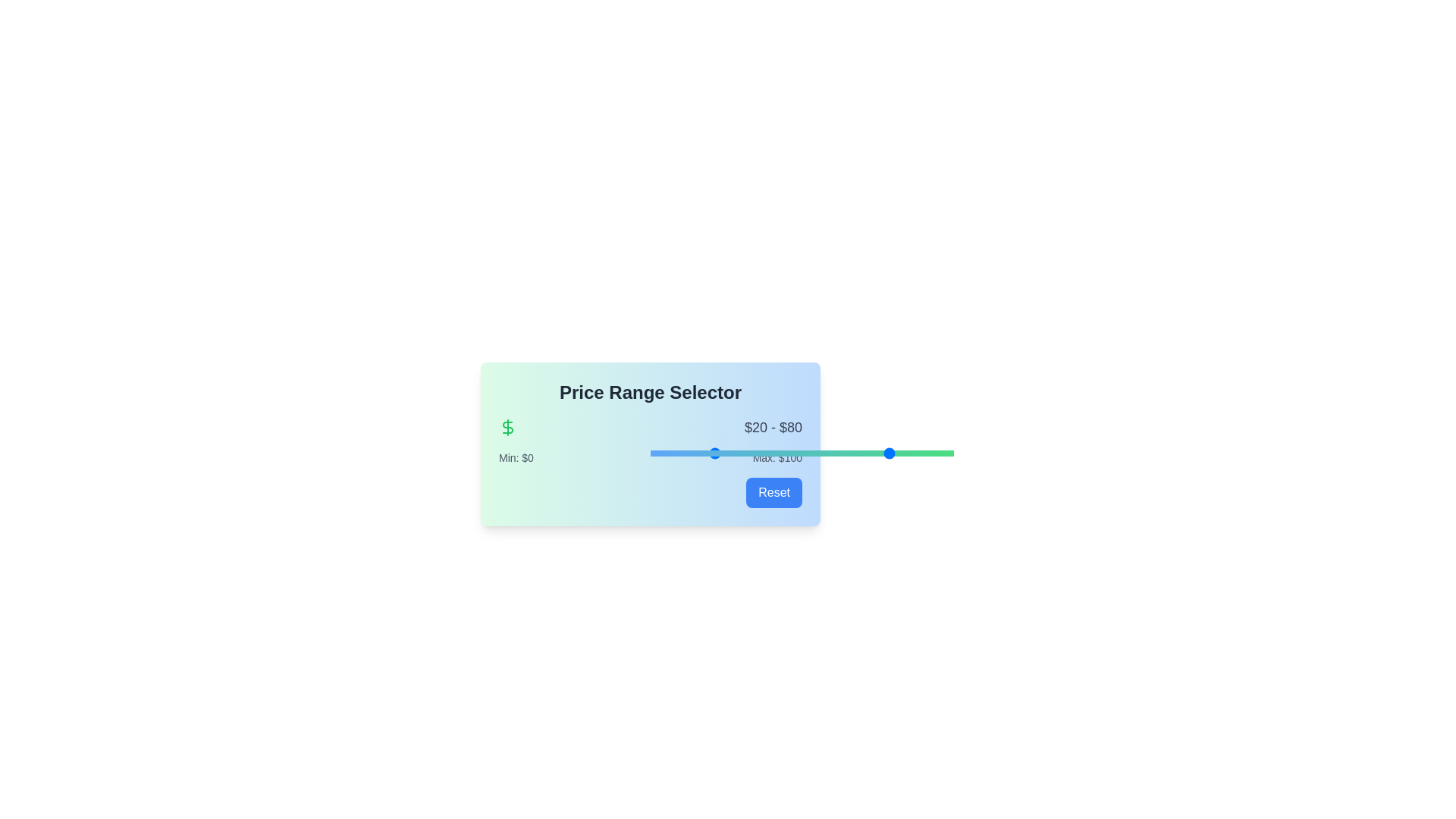 The width and height of the screenshot is (1456, 819). What do you see at coordinates (747, 452) in the screenshot?
I see `the slider` at bounding box center [747, 452].